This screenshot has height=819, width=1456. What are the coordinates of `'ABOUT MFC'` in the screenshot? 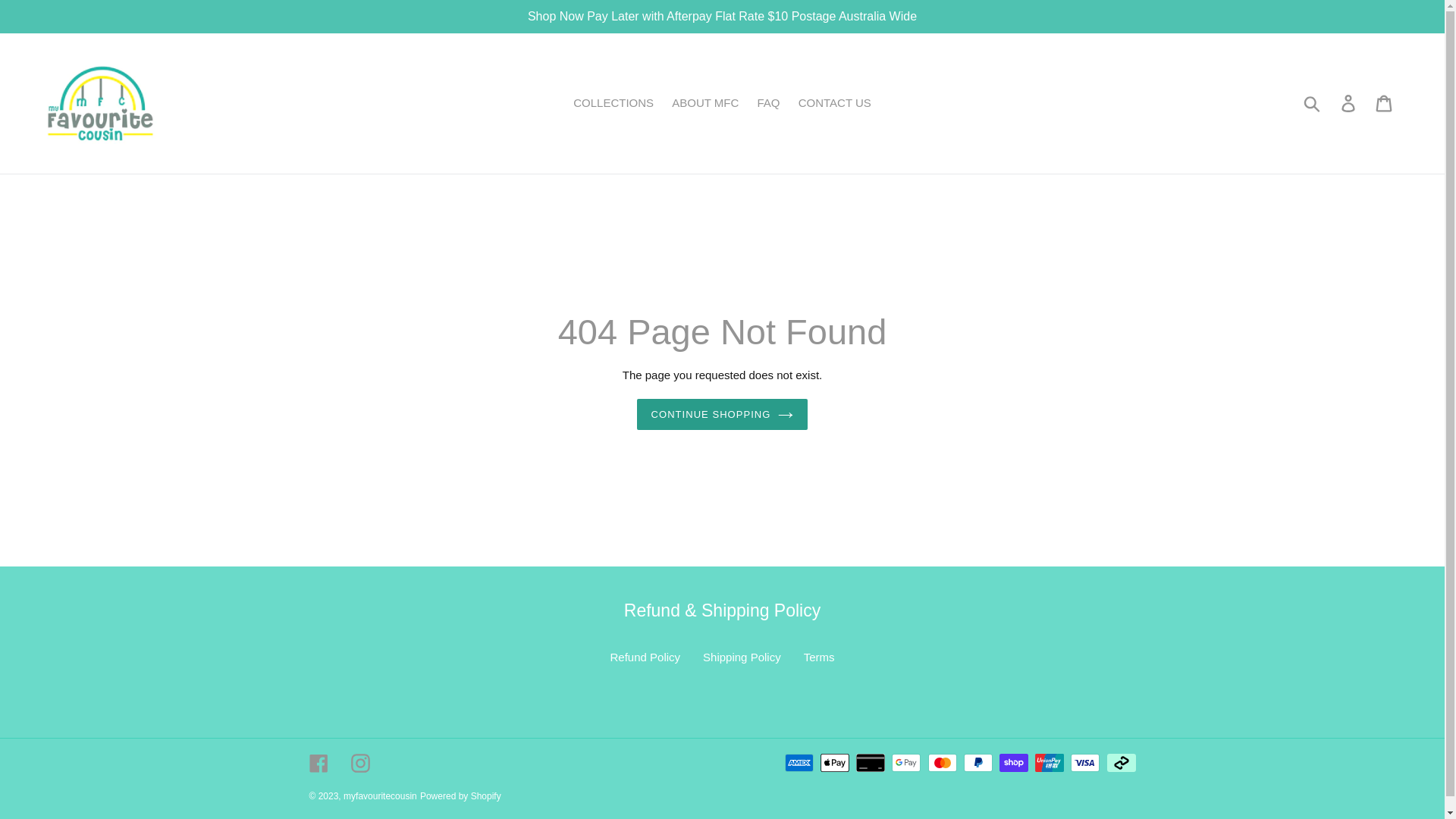 It's located at (704, 102).